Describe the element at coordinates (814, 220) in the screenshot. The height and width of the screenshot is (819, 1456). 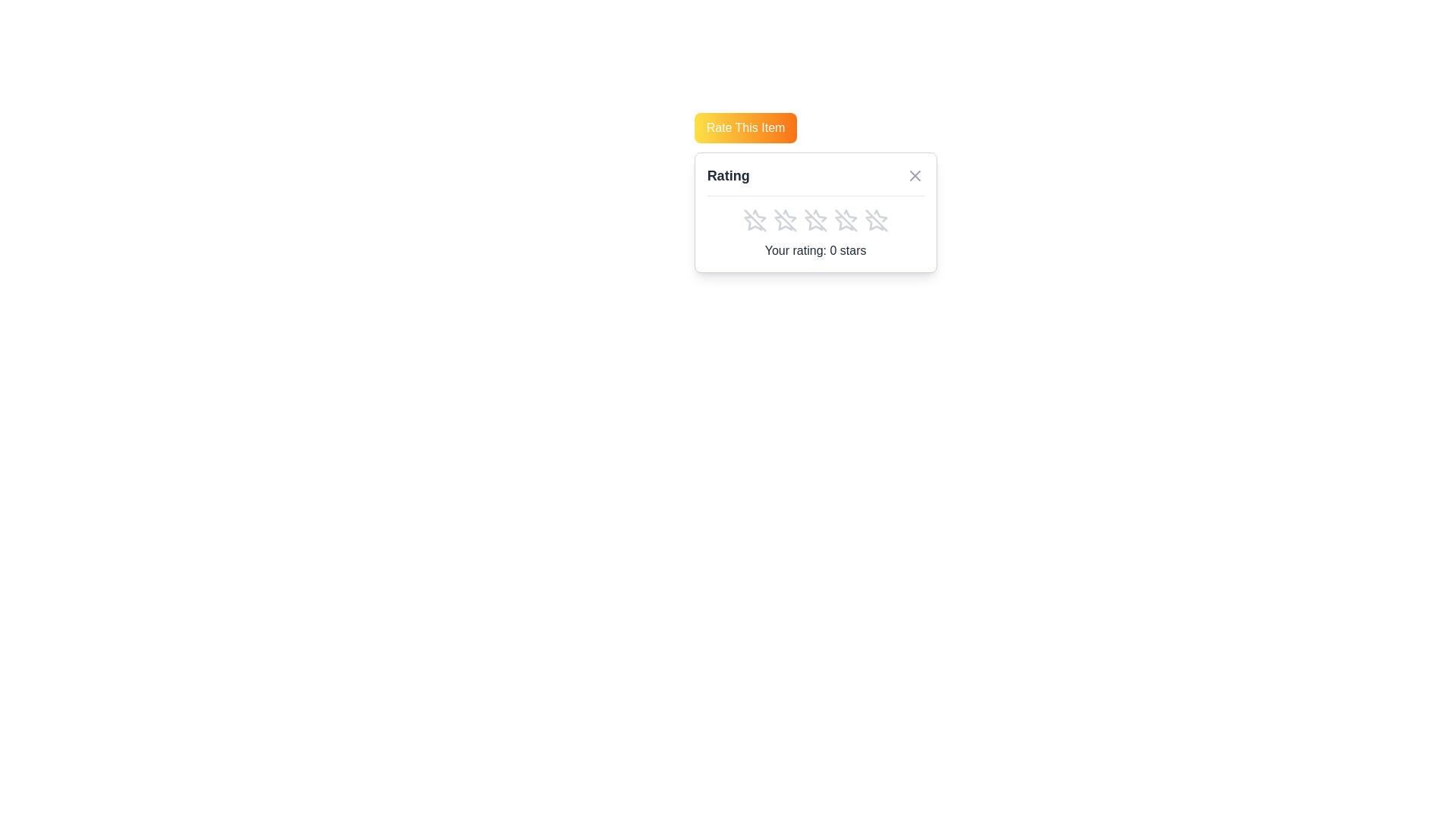
I see `the third star icon in a horizontal sequence of five icons representing a rating system, visually appearing as a slashed-out star icon in light gray color` at that location.